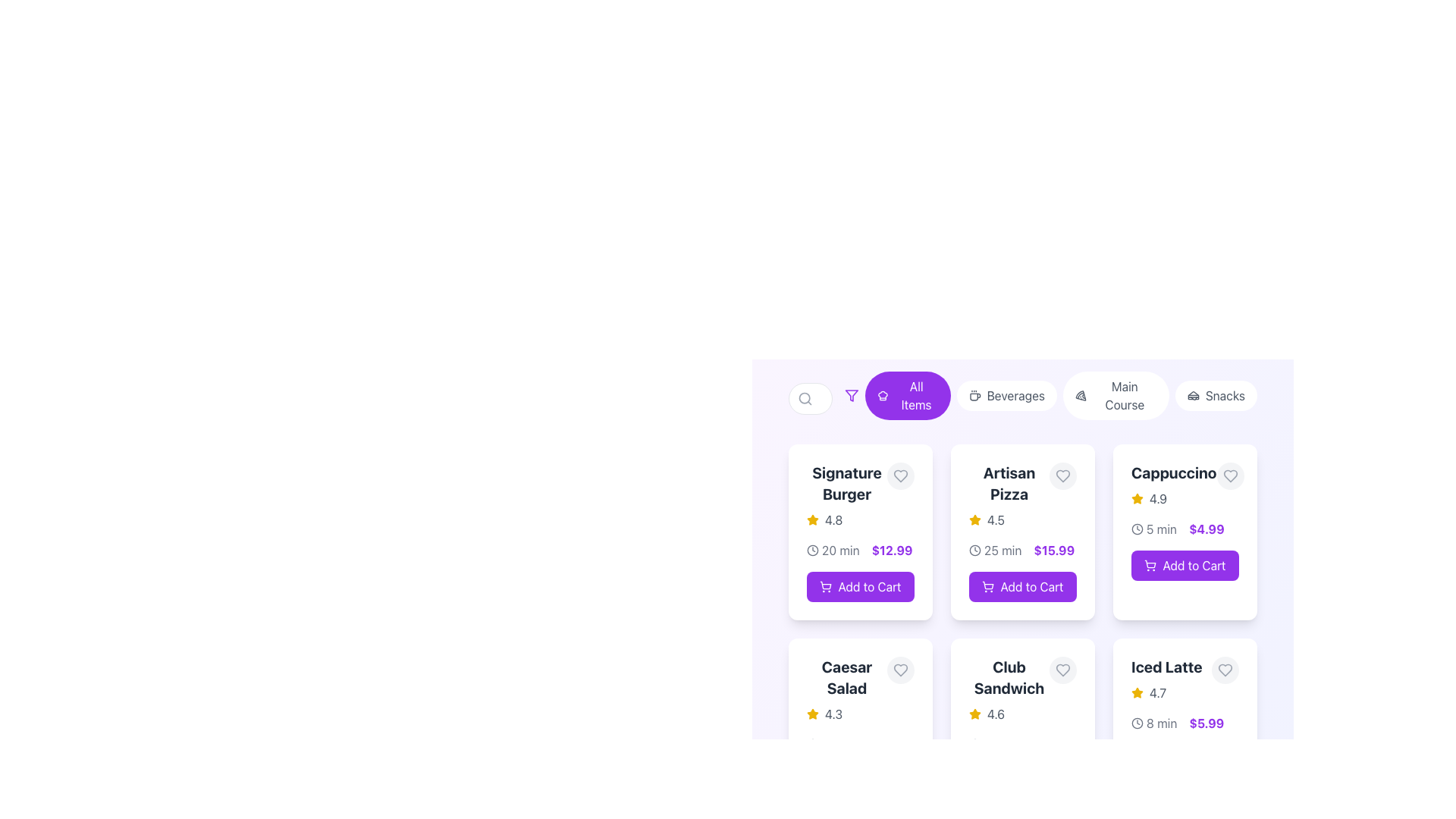 The image size is (1456, 819). Describe the element at coordinates (1009, 483) in the screenshot. I see `the text label displaying 'Artisan Pizza' located at the top section of the second card in the top row of items` at that location.